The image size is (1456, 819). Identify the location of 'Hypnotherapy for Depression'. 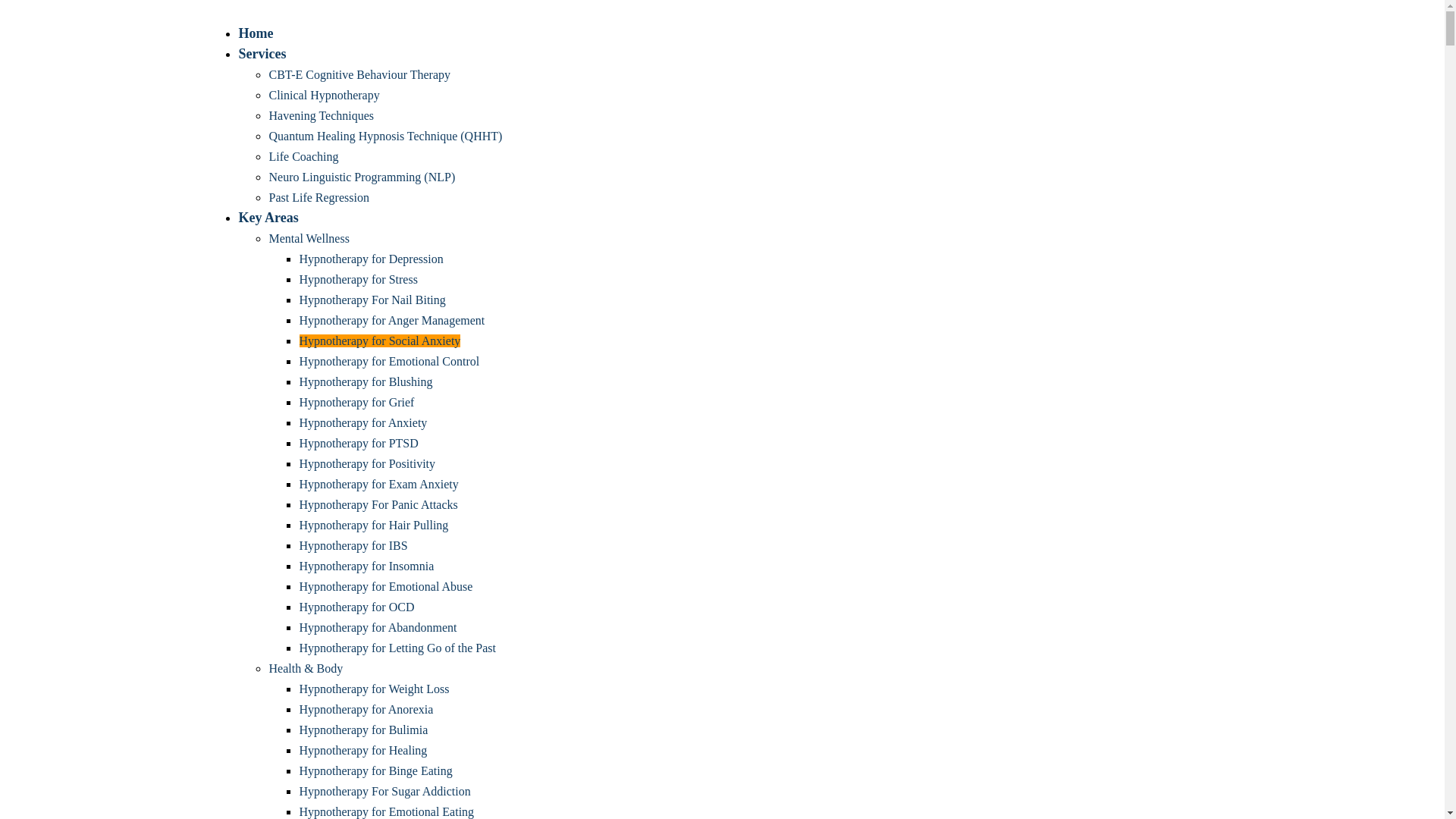
(371, 258).